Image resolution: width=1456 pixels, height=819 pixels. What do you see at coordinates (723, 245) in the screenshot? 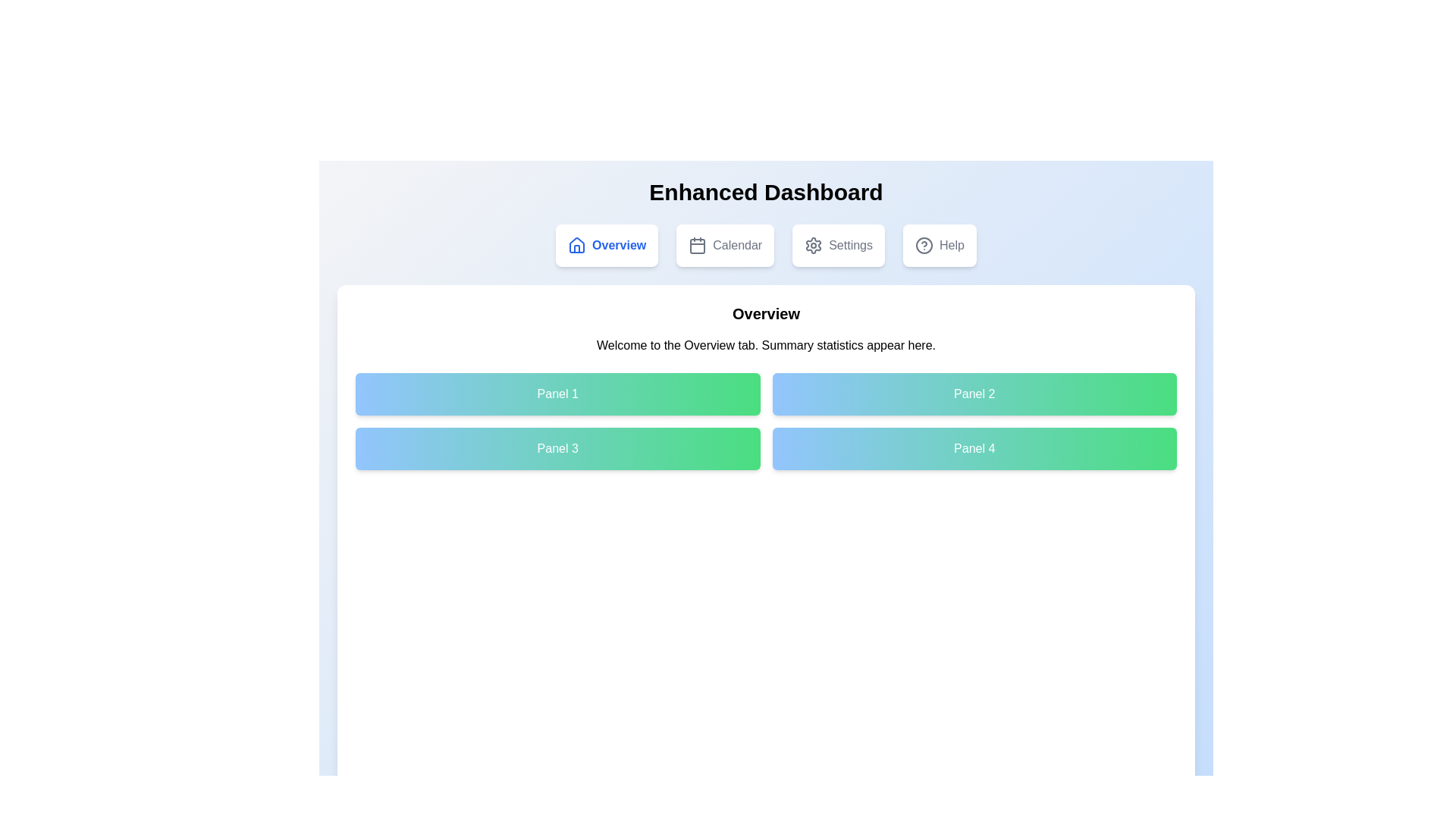
I see `the Calendar tab to explore its content` at bounding box center [723, 245].